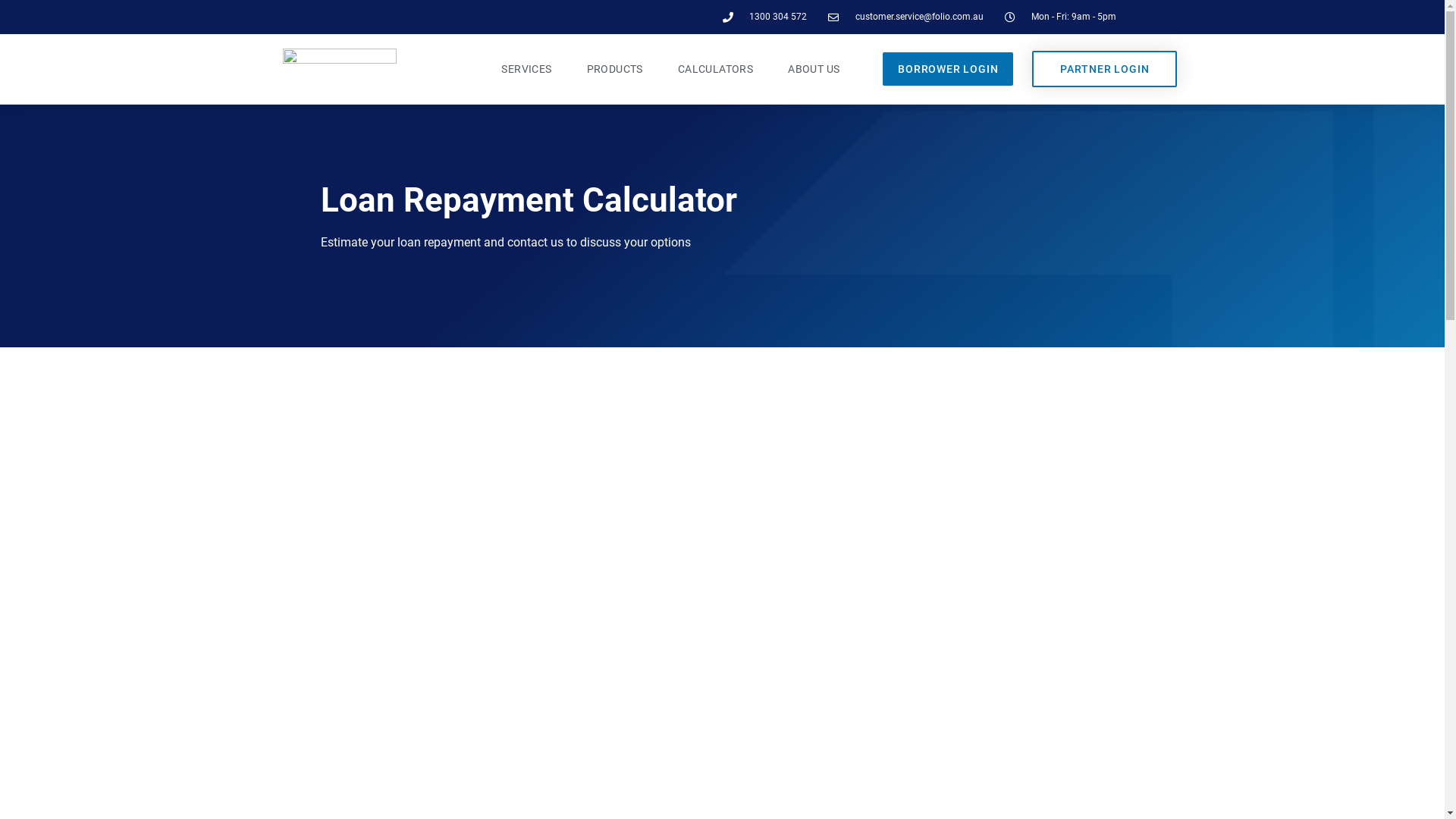 The image size is (1456, 819). I want to click on 'SERVICES', so click(526, 69).